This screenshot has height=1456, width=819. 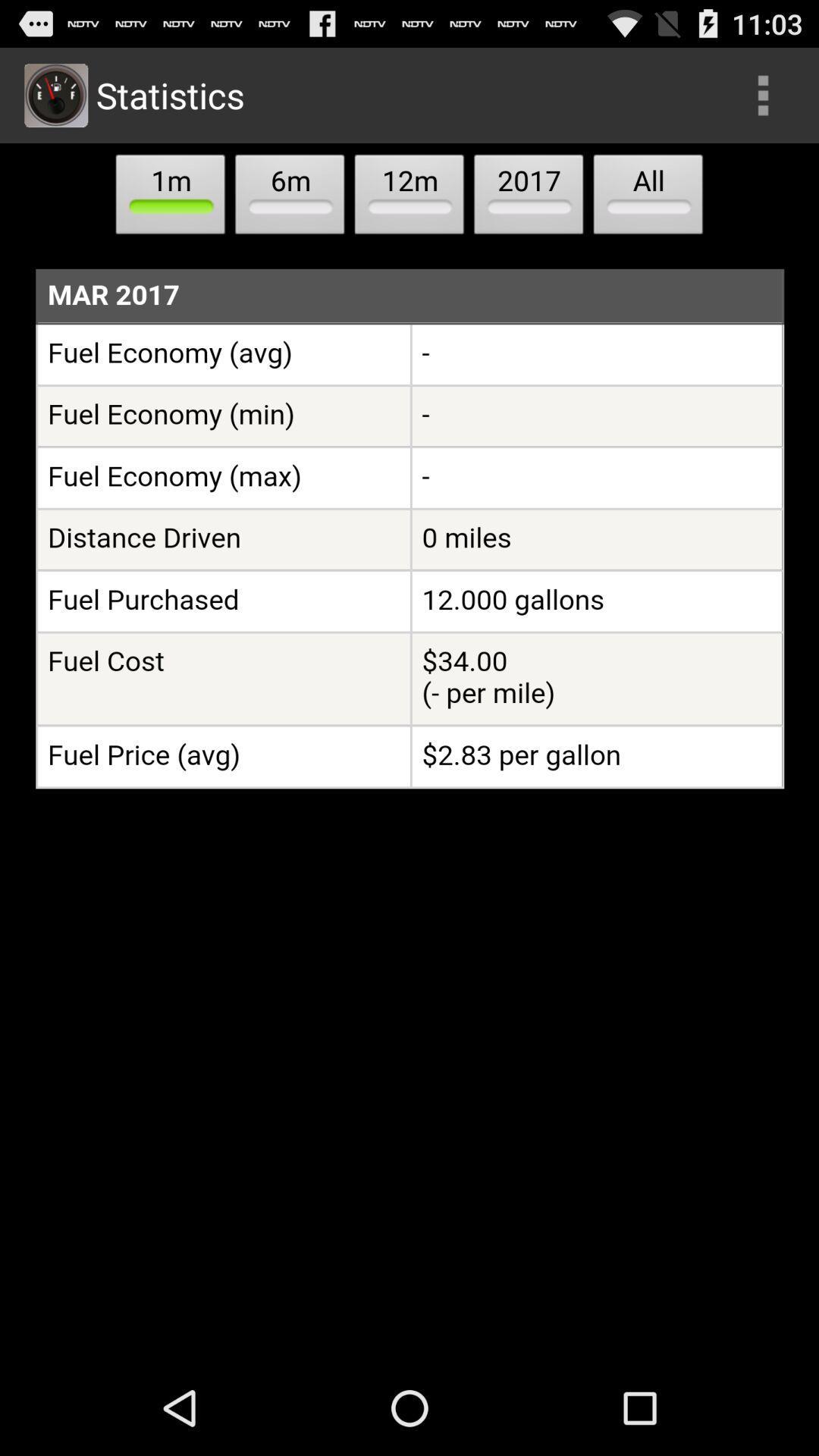 I want to click on option button, so click(x=763, y=94).